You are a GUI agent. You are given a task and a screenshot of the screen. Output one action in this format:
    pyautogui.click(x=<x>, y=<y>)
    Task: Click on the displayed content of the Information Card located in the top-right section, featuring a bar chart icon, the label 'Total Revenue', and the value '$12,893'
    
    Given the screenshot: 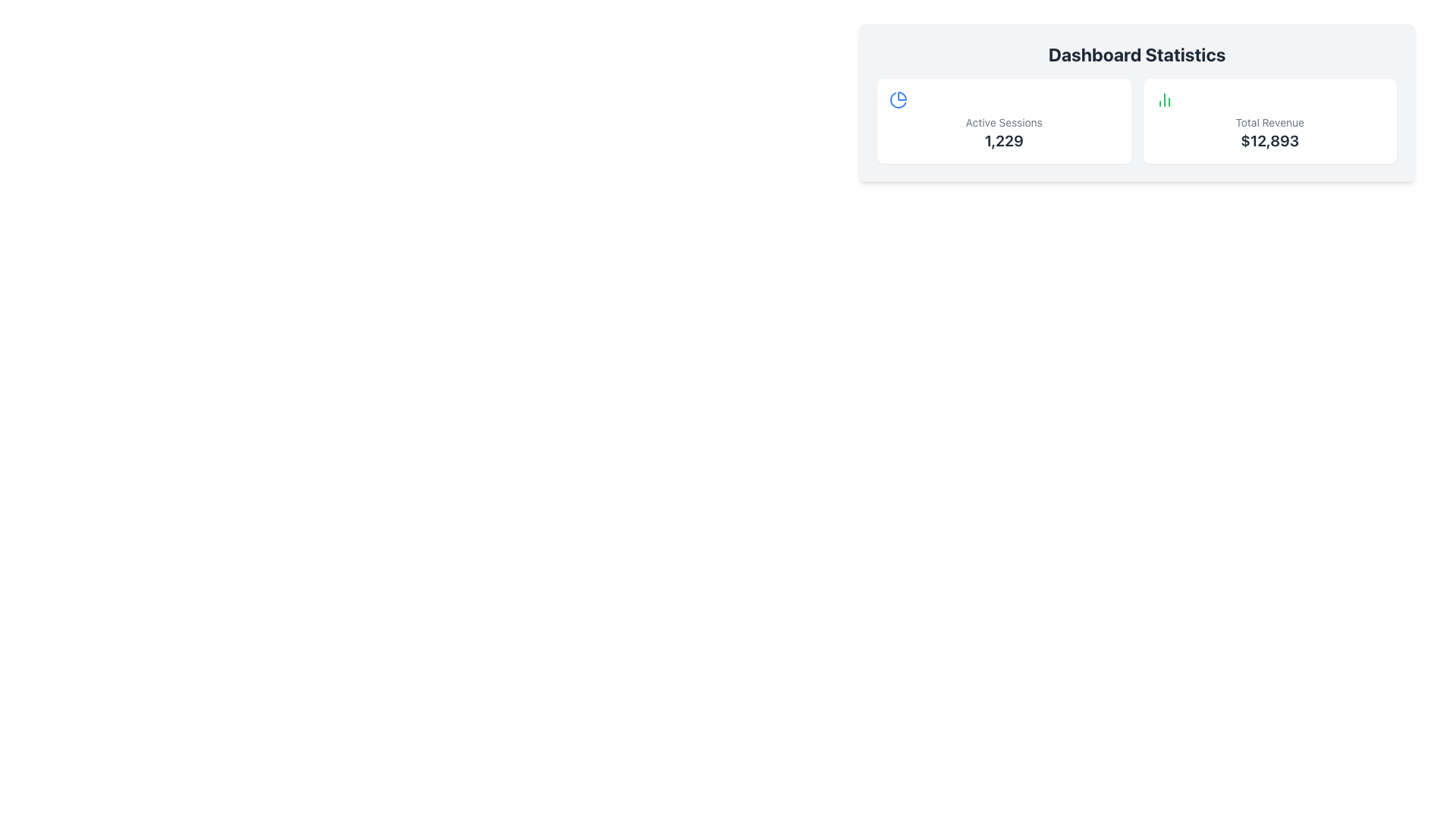 What is the action you would take?
    pyautogui.click(x=1269, y=120)
    